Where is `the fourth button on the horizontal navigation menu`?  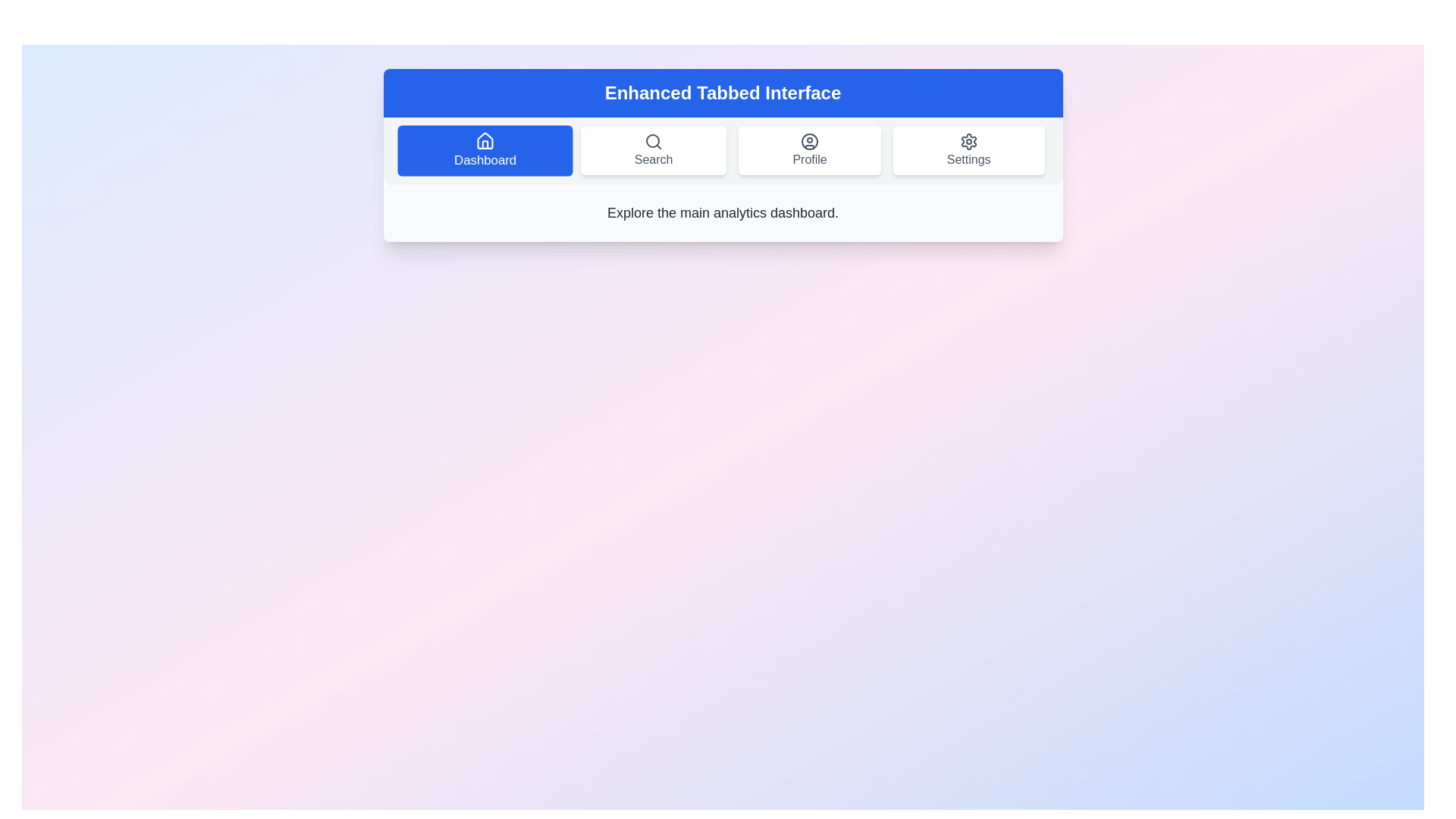
the fourth button on the horizontal navigation menu is located at coordinates (968, 151).